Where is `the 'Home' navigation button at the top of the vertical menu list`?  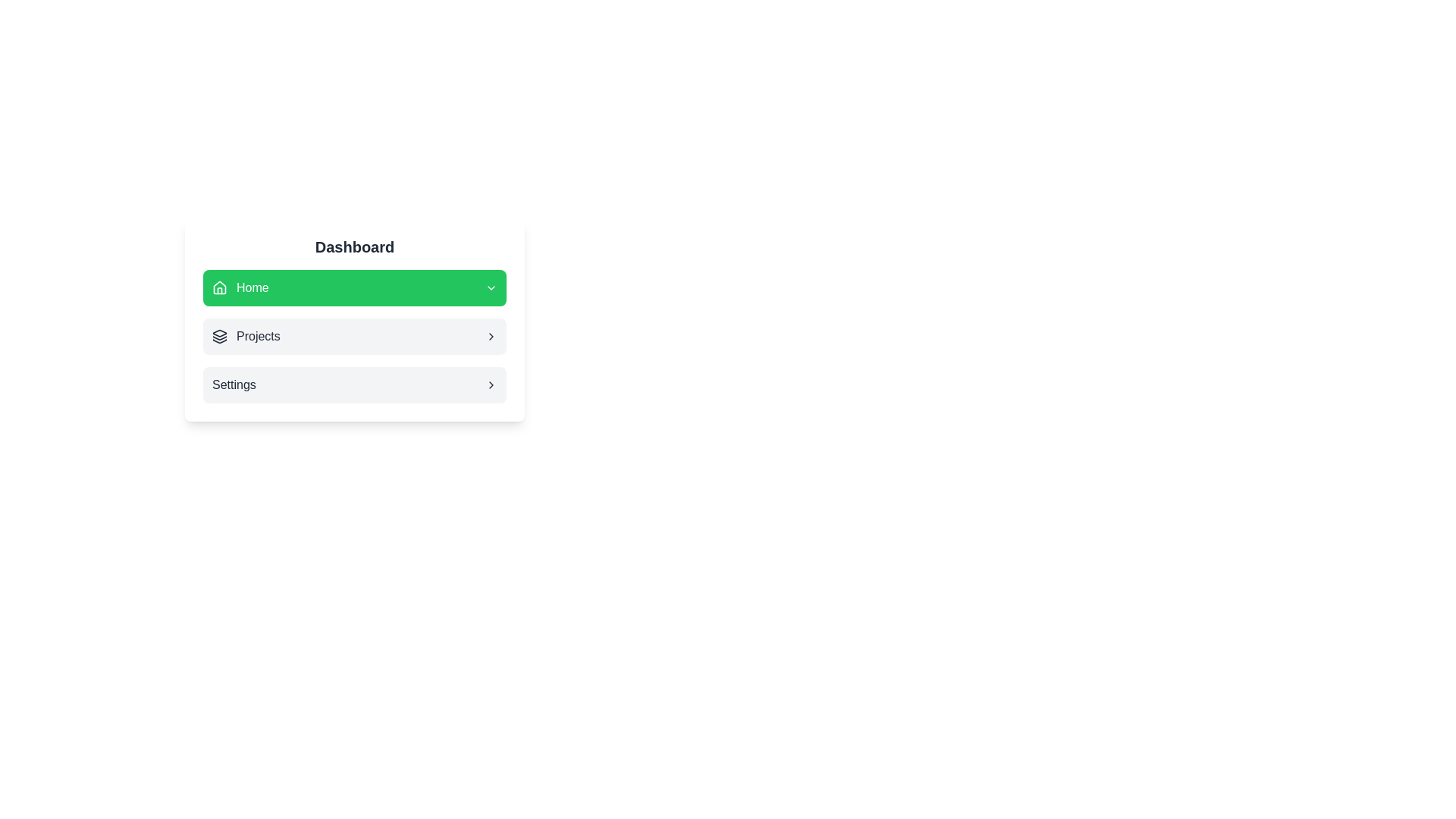 the 'Home' navigation button at the top of the vertical menu list is located at coordinates (353, 288).